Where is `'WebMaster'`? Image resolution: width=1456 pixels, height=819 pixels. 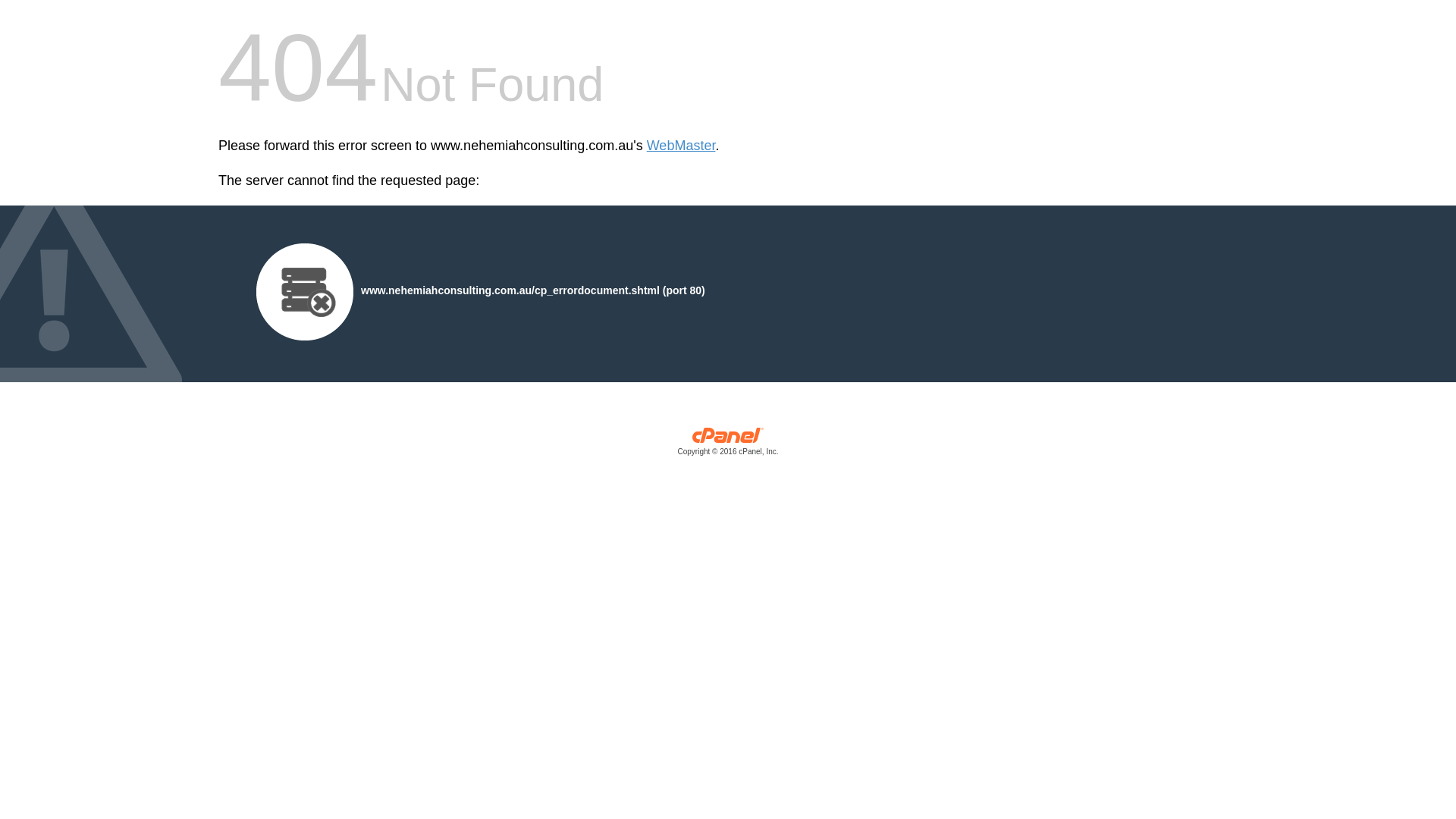 'WebMaster' is located at coordinates (680, 146).